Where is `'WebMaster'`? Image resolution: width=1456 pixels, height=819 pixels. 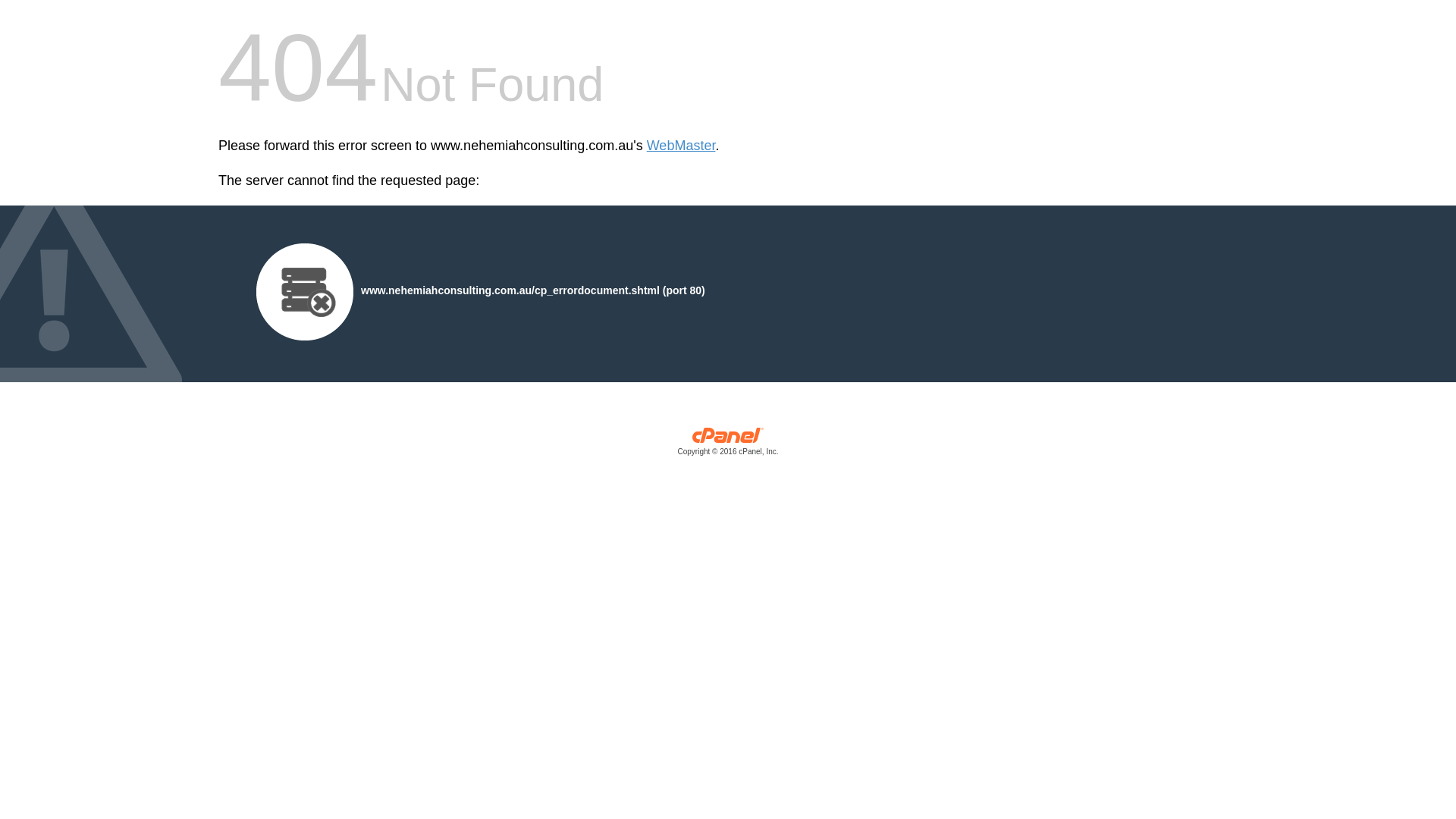 'WebMaster' is located at coordinates (680, 146).